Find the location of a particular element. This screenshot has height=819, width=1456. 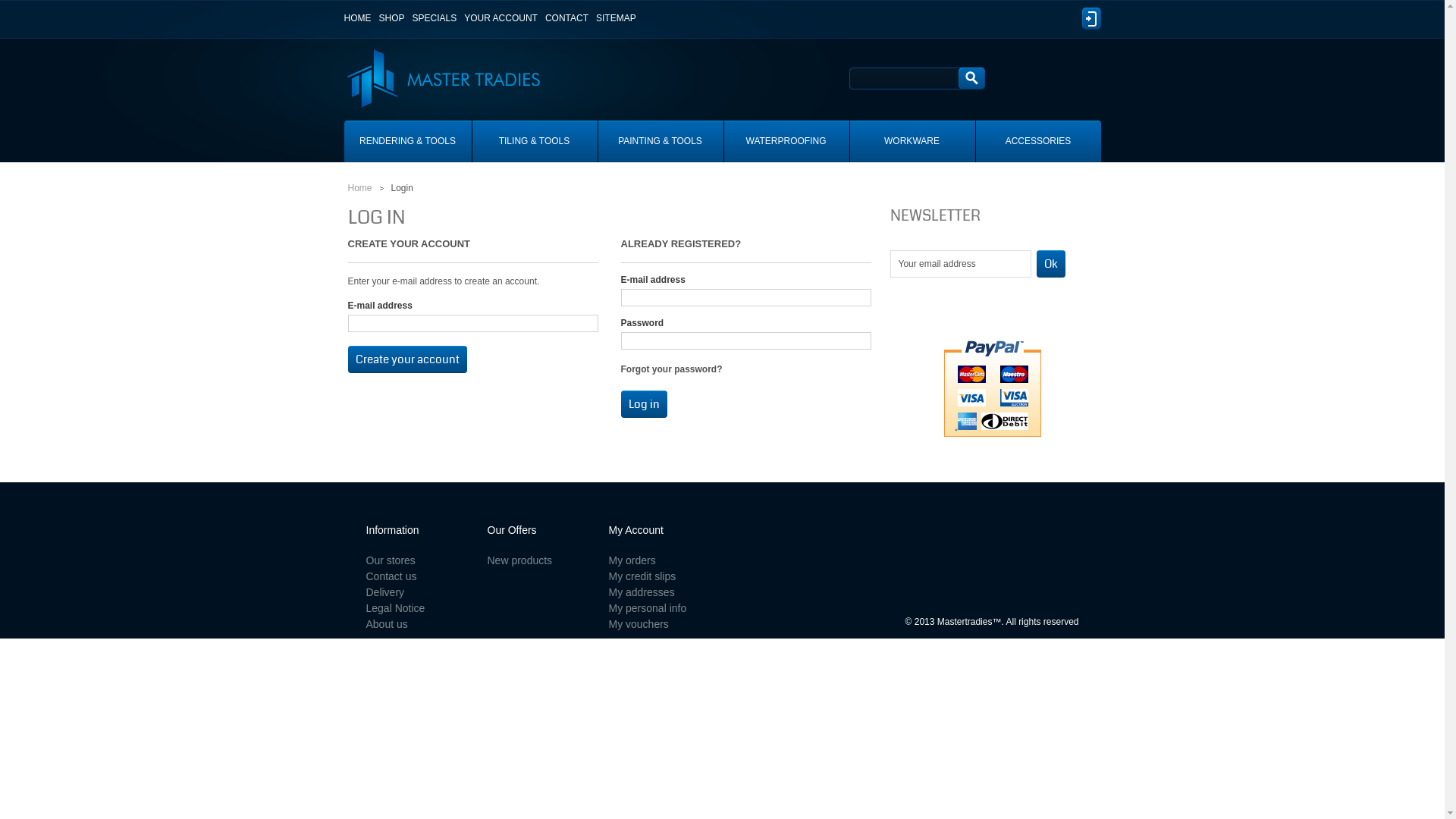

'My personal info' is located at coordinates (647, 607).